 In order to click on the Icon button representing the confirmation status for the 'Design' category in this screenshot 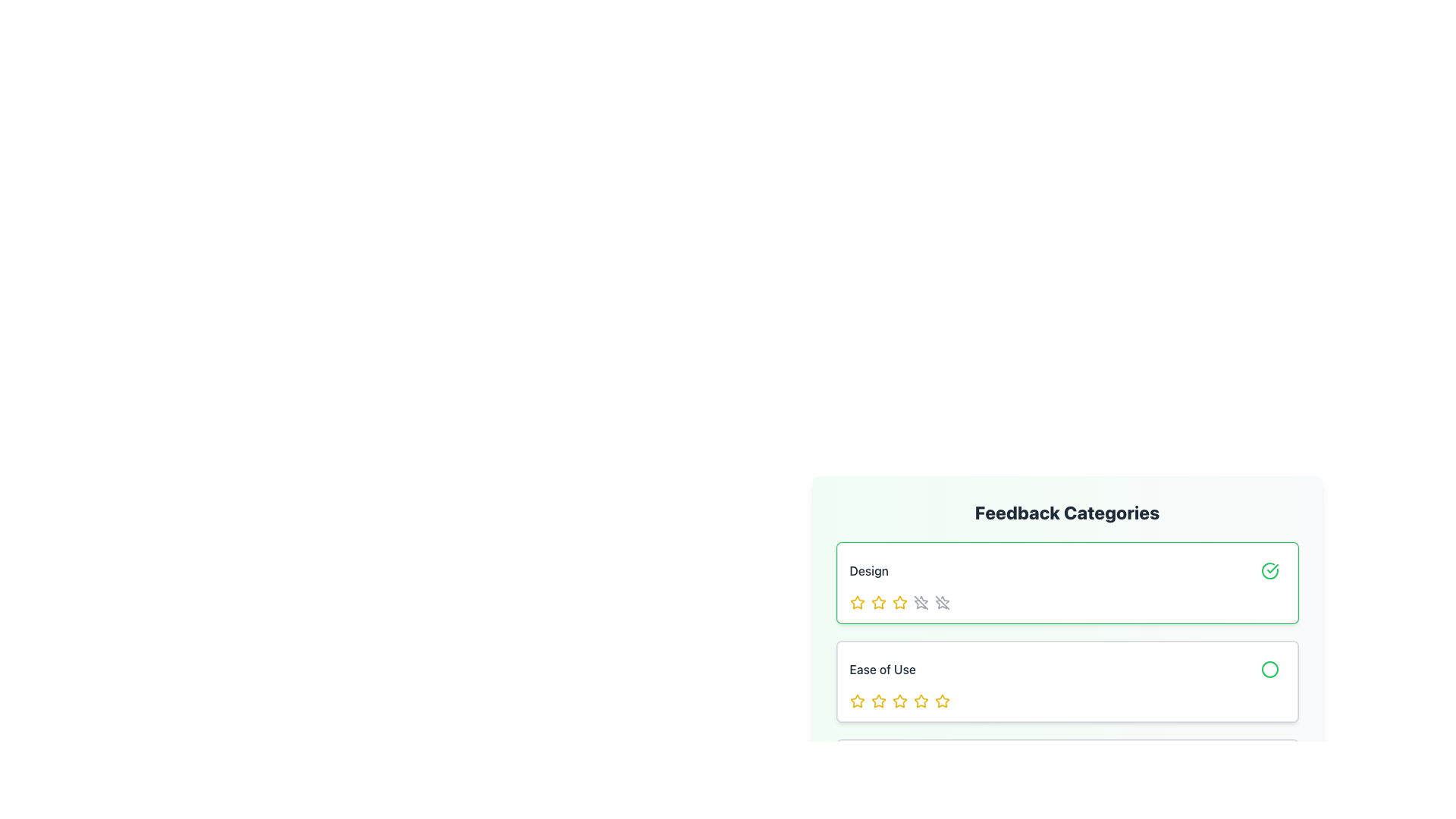, I will do `click(1269, 570)`.